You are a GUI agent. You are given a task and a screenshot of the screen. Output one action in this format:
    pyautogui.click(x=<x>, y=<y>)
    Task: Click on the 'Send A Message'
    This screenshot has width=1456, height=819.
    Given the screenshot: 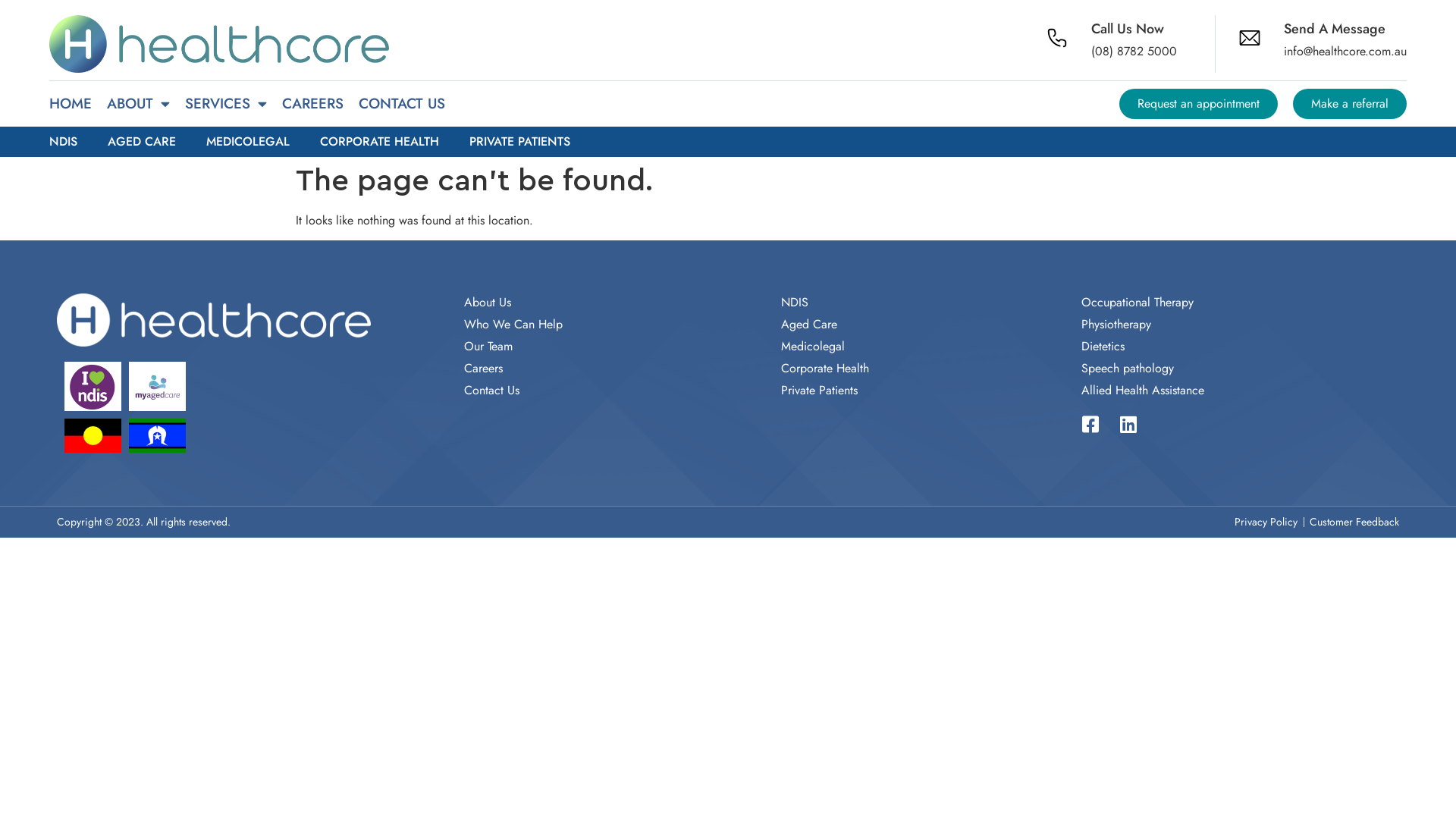 What is the action you would take?
    pyautogui.click(x=1335, y=29)
    